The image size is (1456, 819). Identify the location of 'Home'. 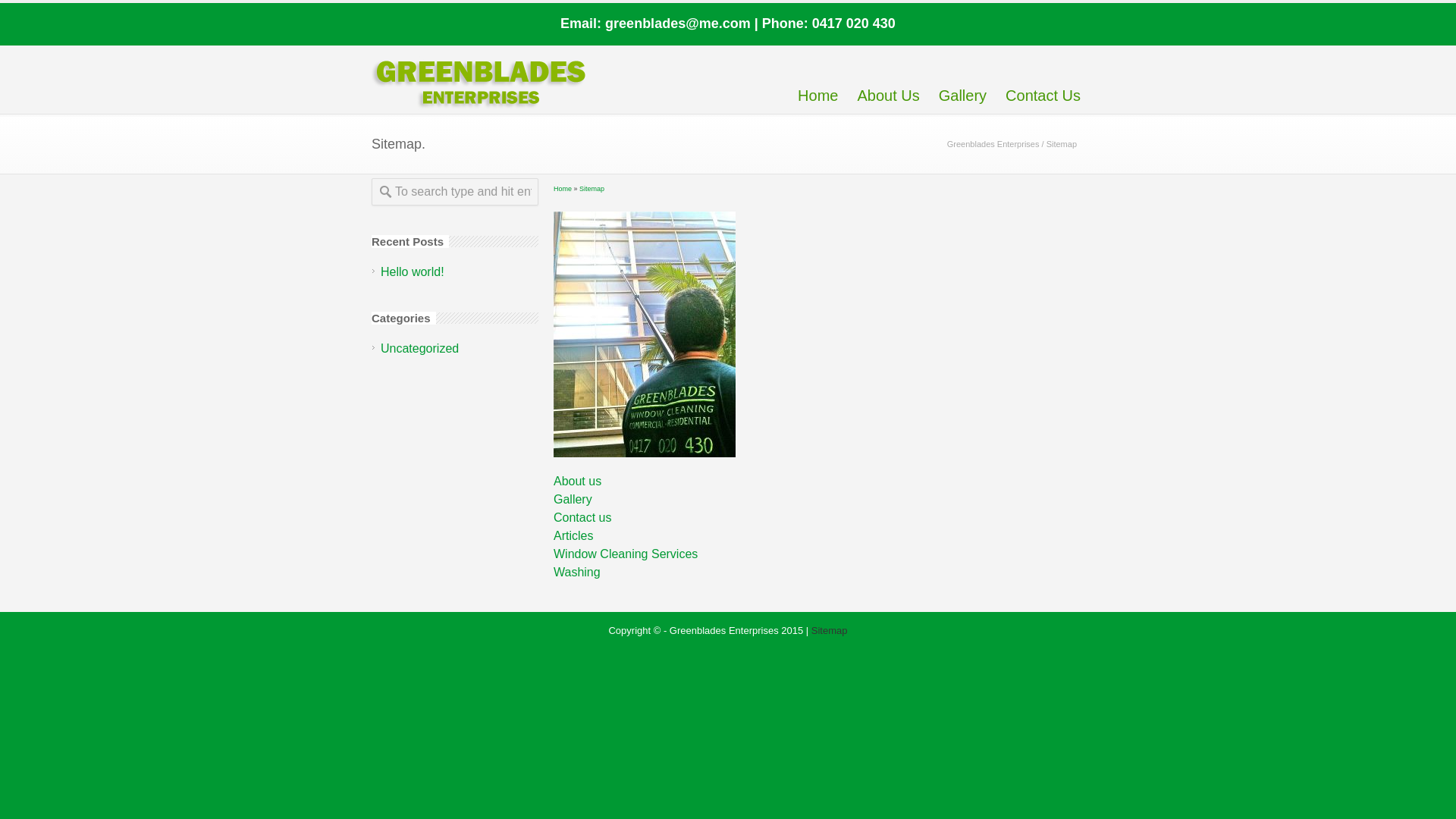
(562, 188).